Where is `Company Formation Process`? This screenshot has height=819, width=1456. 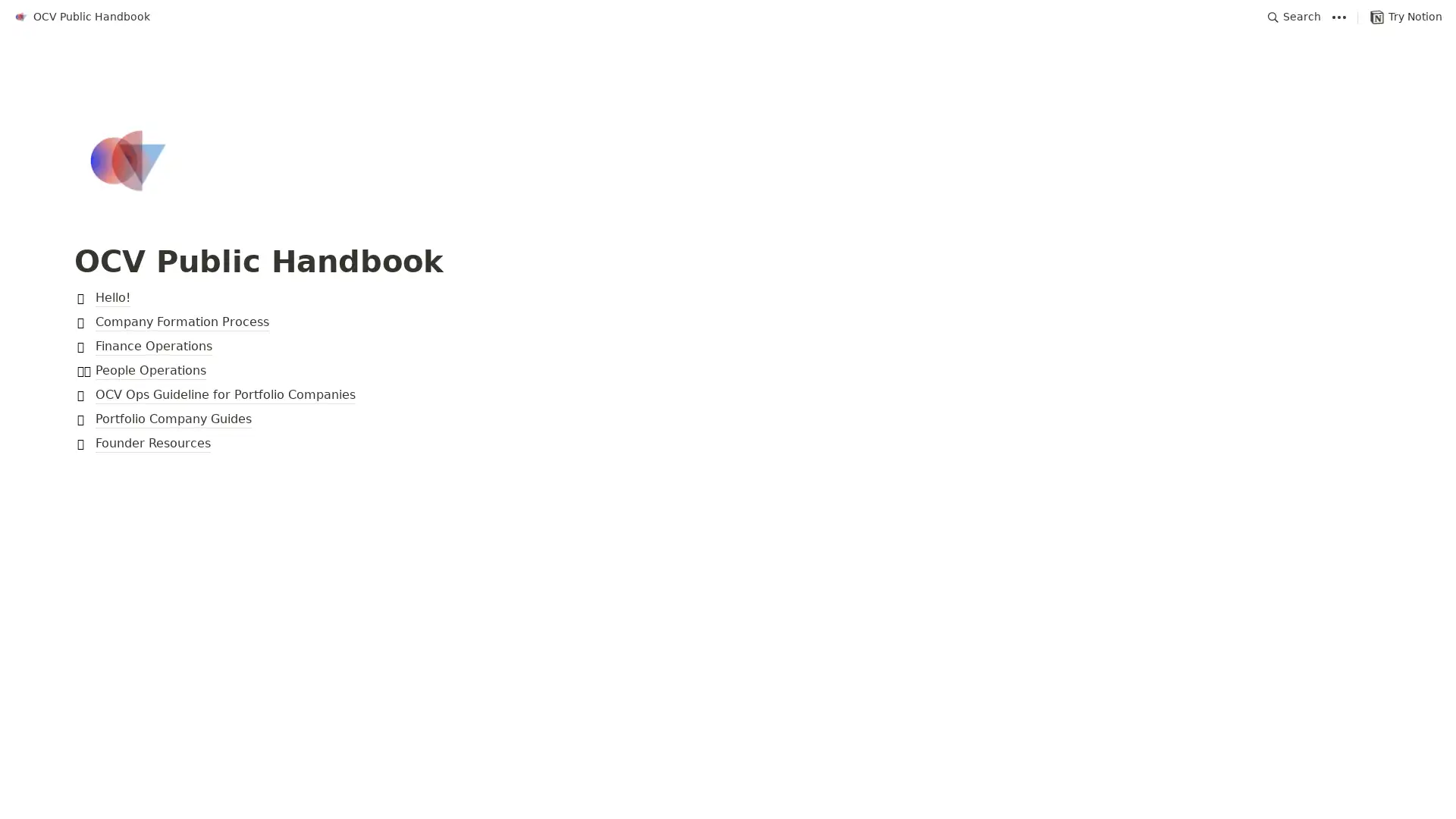
Company Formation Process is located at coordinates (728, 322).